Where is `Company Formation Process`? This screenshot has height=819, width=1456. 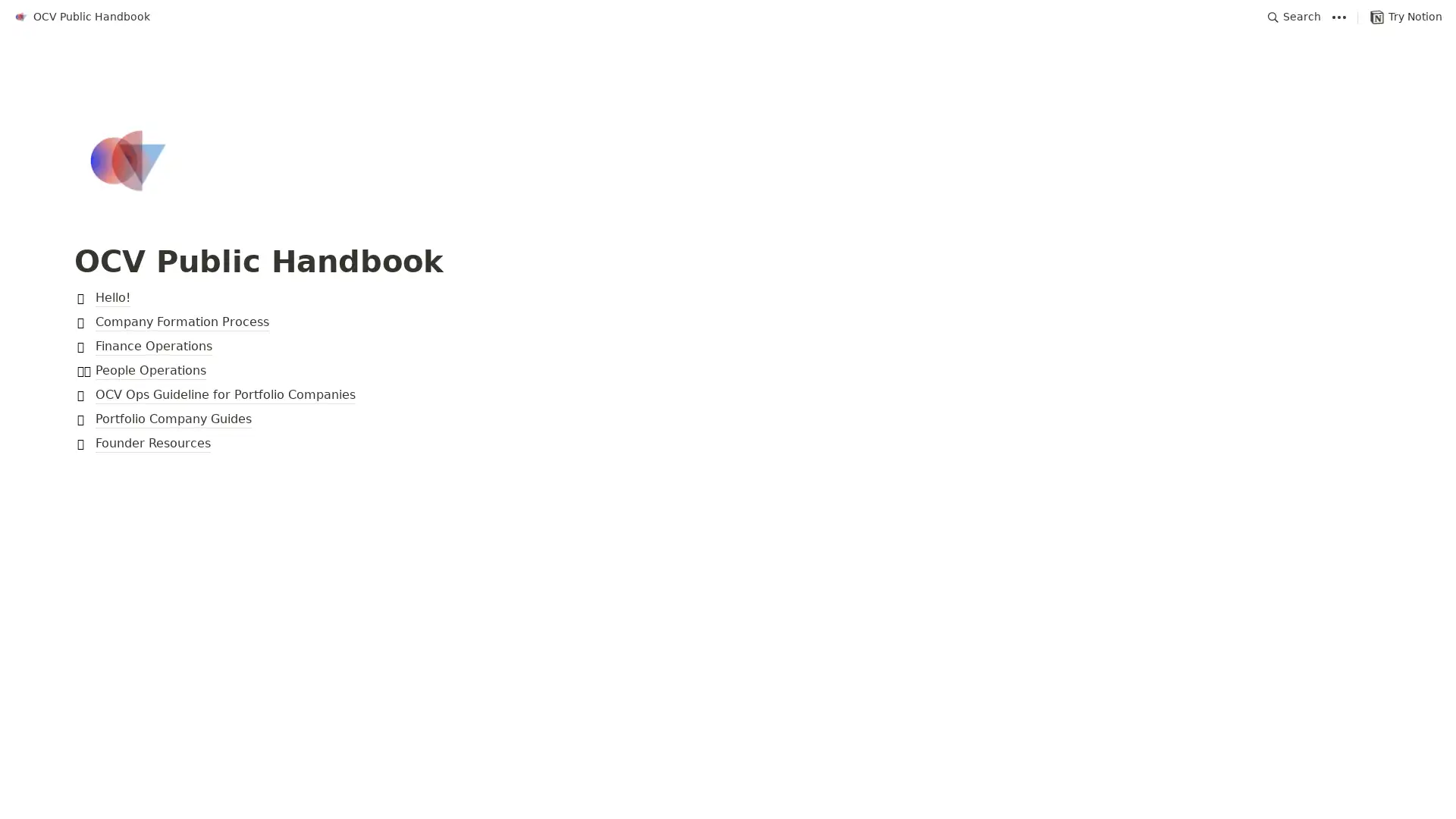
Company Formation Process is located at coordinates (728, 322).